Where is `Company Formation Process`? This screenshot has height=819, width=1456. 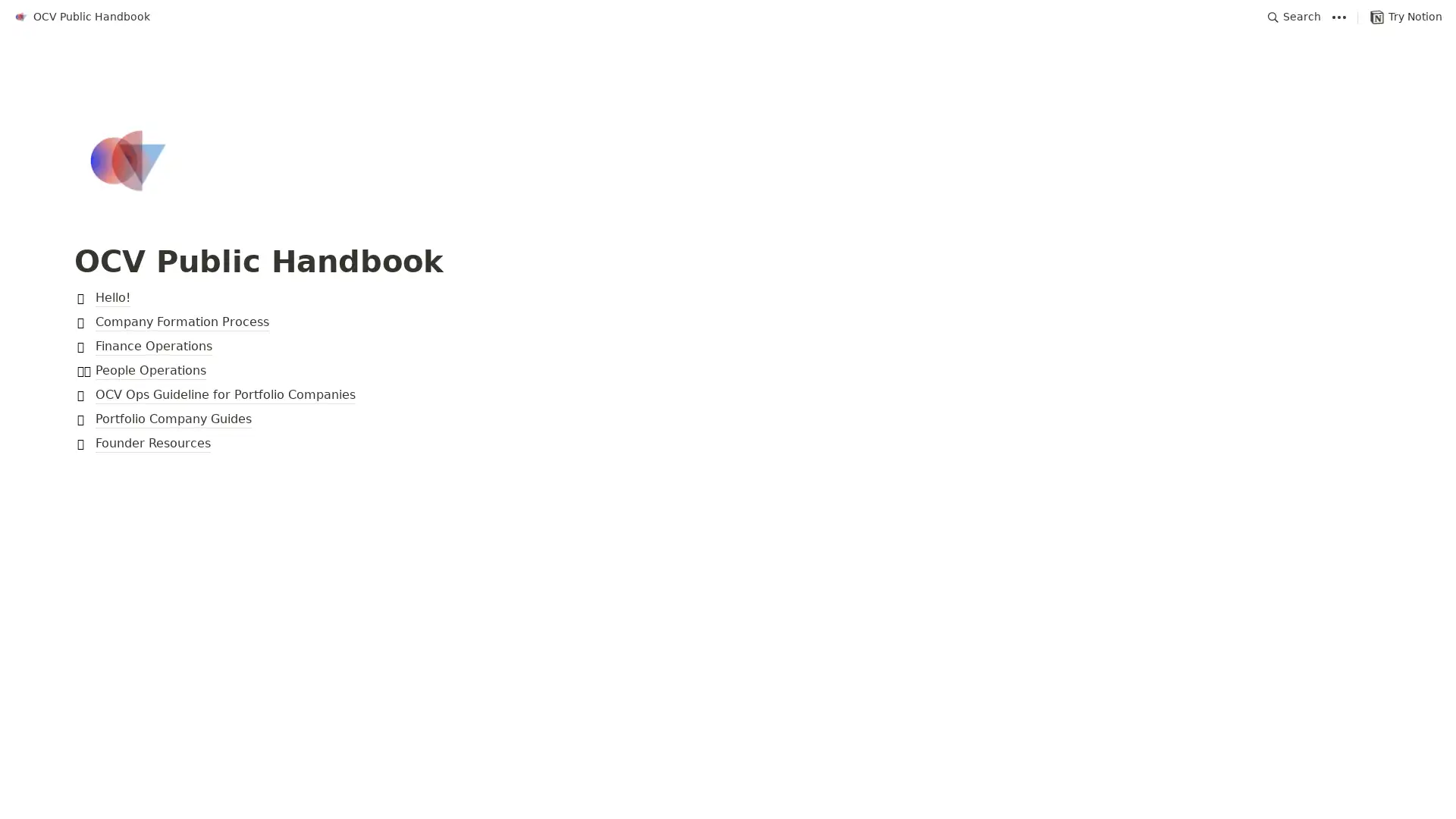
Company Formation Process is located at coordinates (728, 322).